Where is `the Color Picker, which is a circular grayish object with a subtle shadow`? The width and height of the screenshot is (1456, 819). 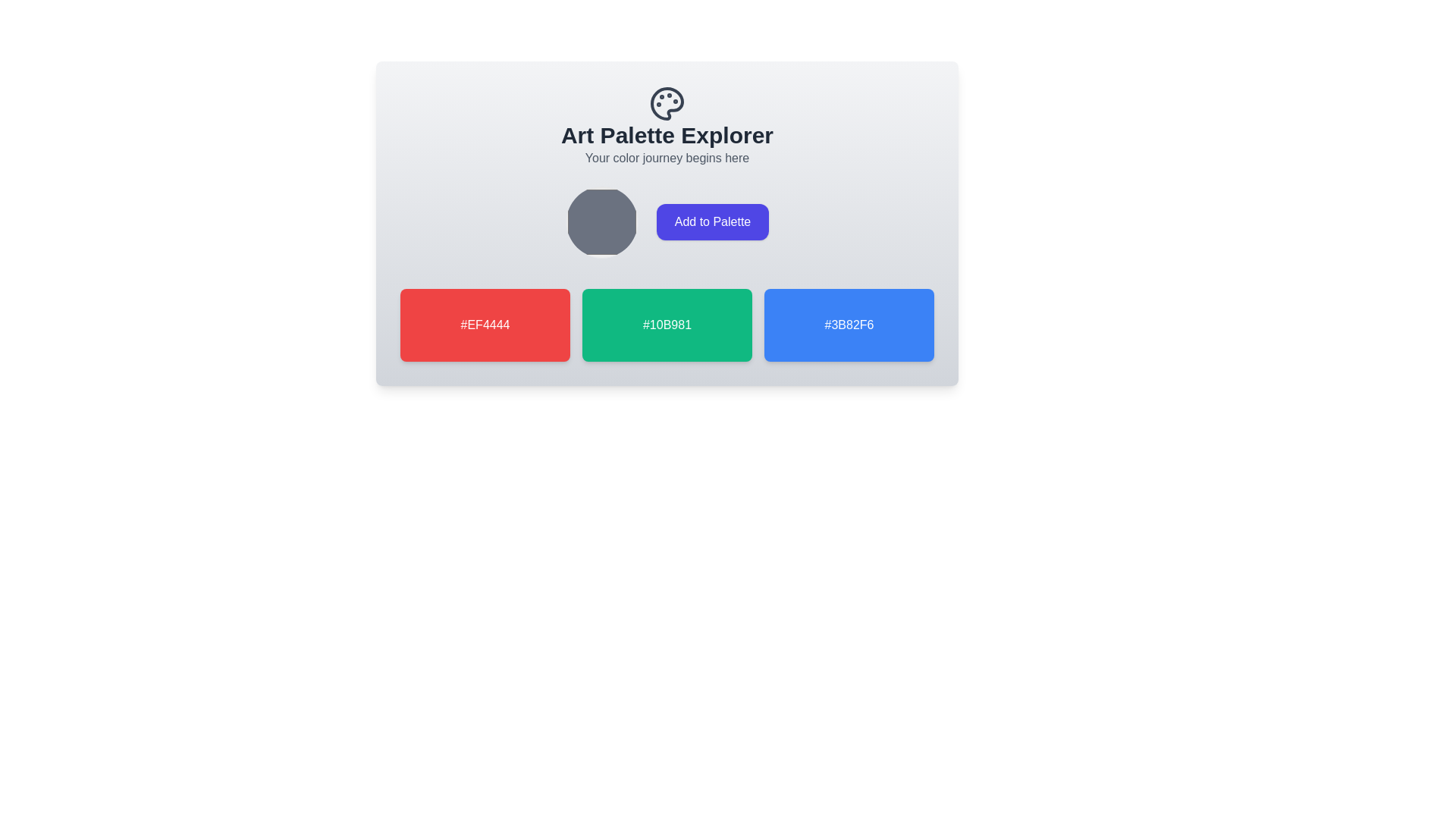
the Color Picker, which is a circular grayish object with a subtle shadow is located at coordinates (601, 222).